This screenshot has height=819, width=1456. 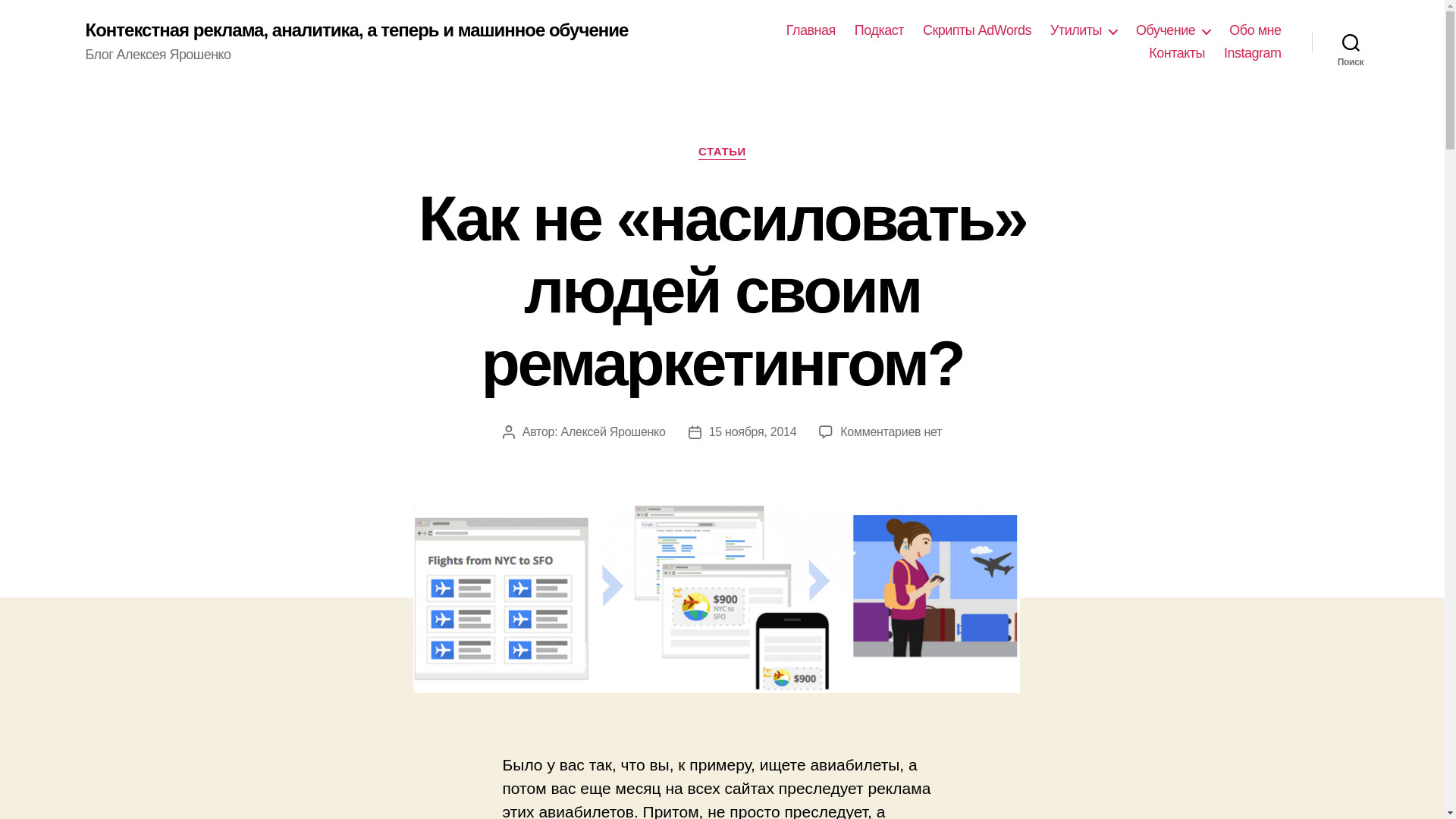 I want to click on 'Instagram', so click(x=1223, y=52).